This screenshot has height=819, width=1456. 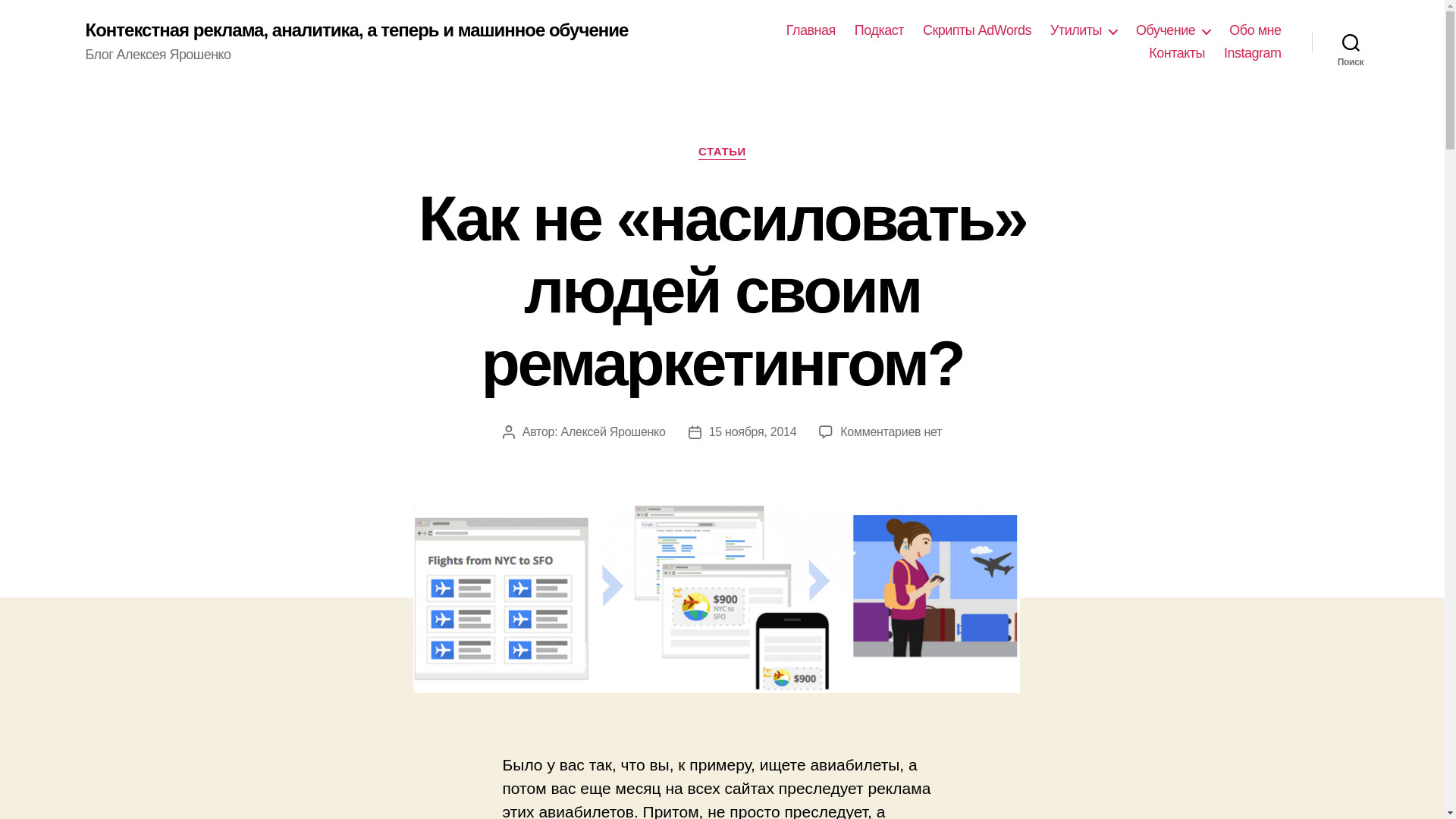 I want to click on 'Instagram', so click(x=1223, y=52).